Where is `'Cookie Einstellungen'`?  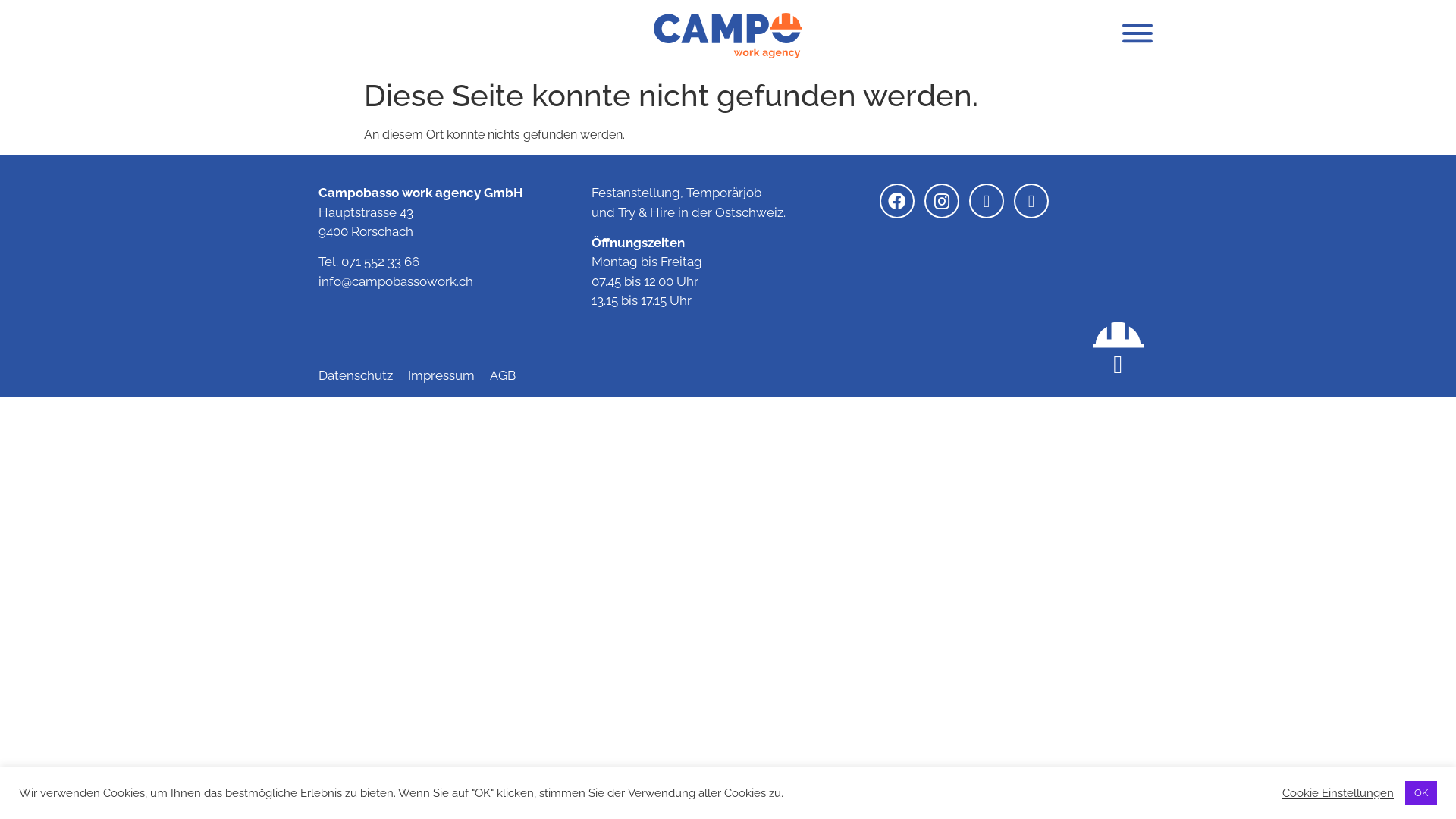
'Cookie Einstellungen' is located at coordinates (1338, 792).